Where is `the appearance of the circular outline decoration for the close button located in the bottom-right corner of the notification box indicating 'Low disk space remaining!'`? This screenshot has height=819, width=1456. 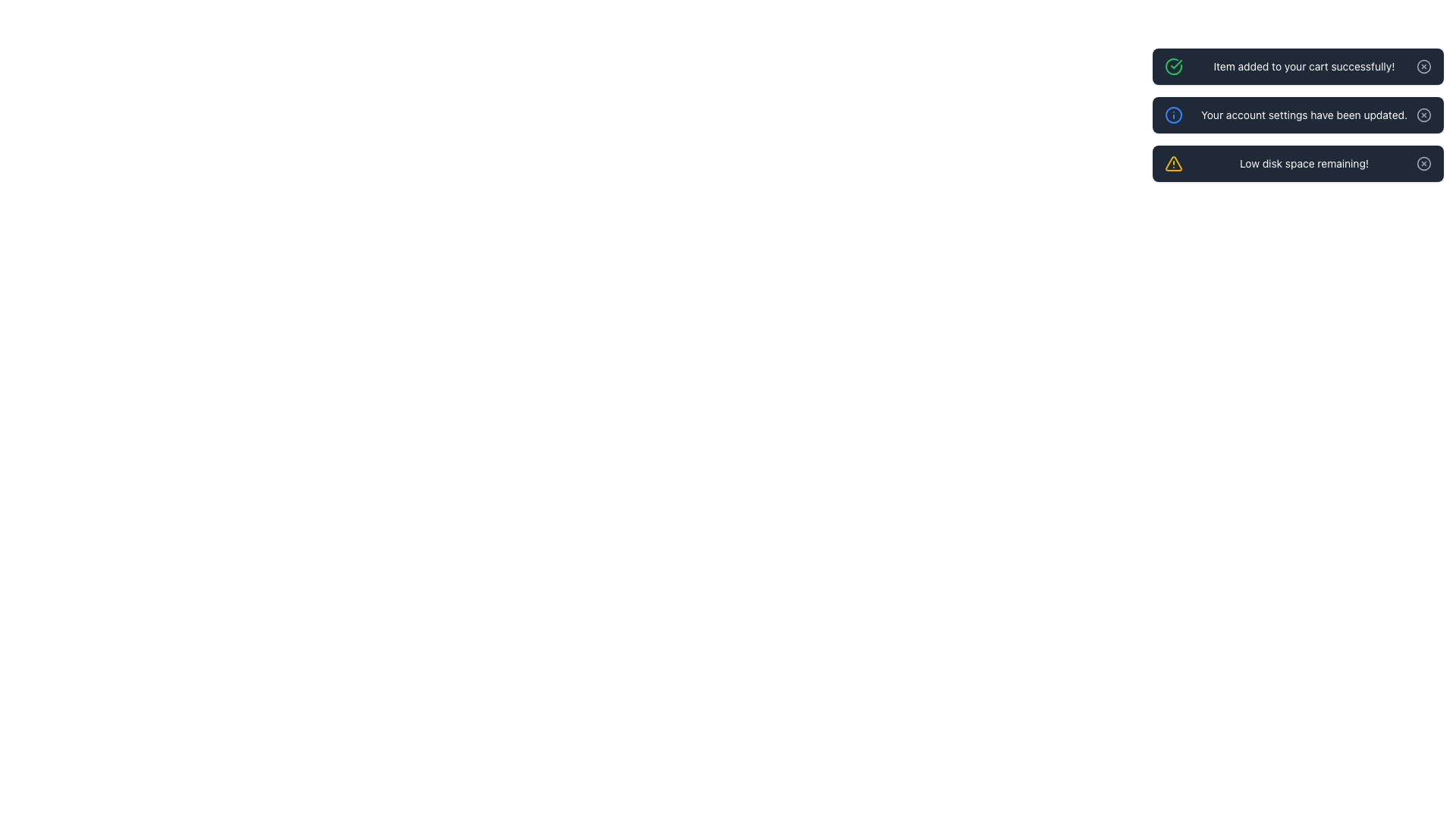
the appearance of the circular outline decoration for the close button located in the bottom-right corner of the notification box indicating 'Low disk space remaining!' is located at coordinates (1423, 164).